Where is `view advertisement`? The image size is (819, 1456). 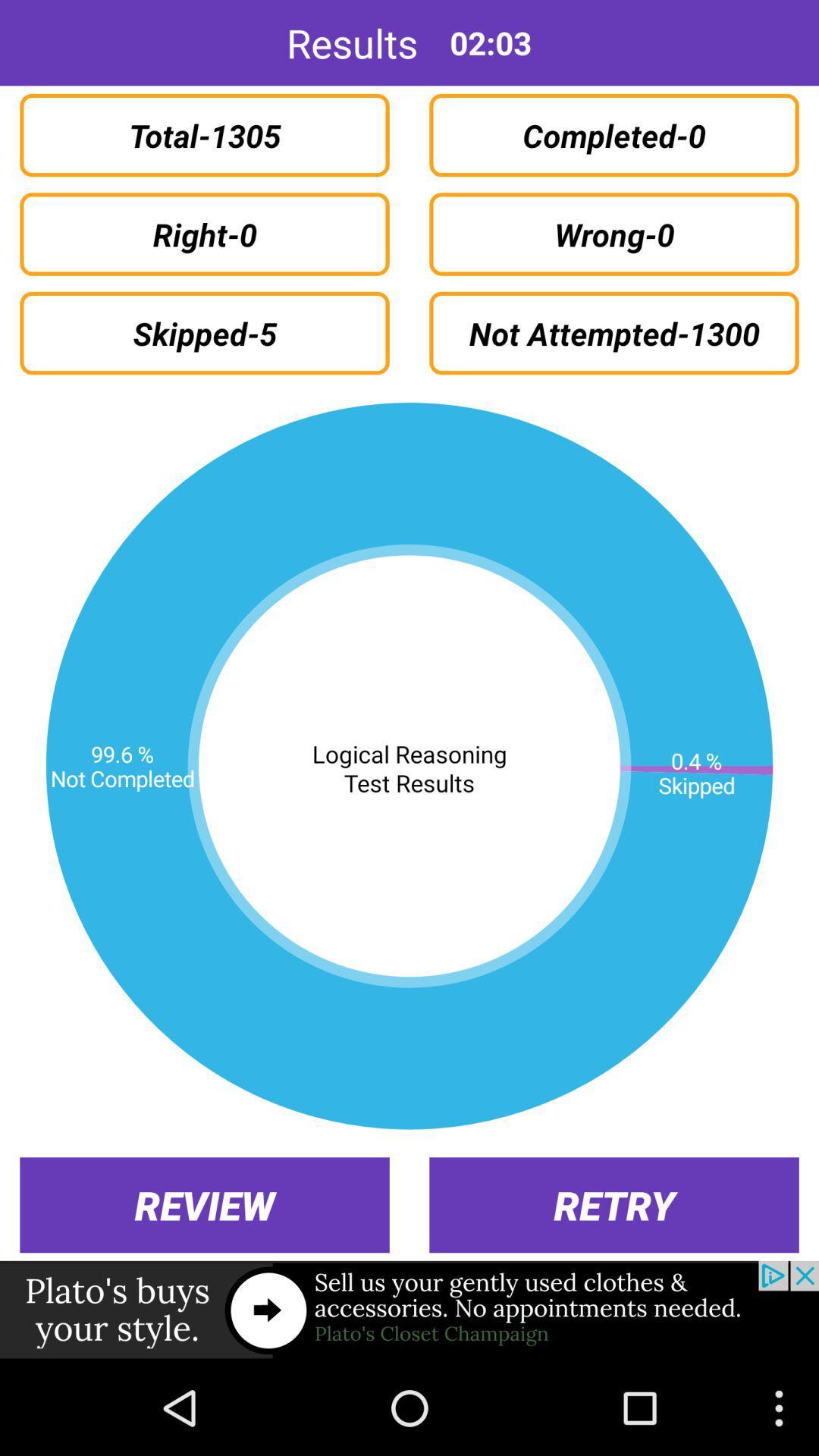
view advertisement is located at coordinates (409, 1310).